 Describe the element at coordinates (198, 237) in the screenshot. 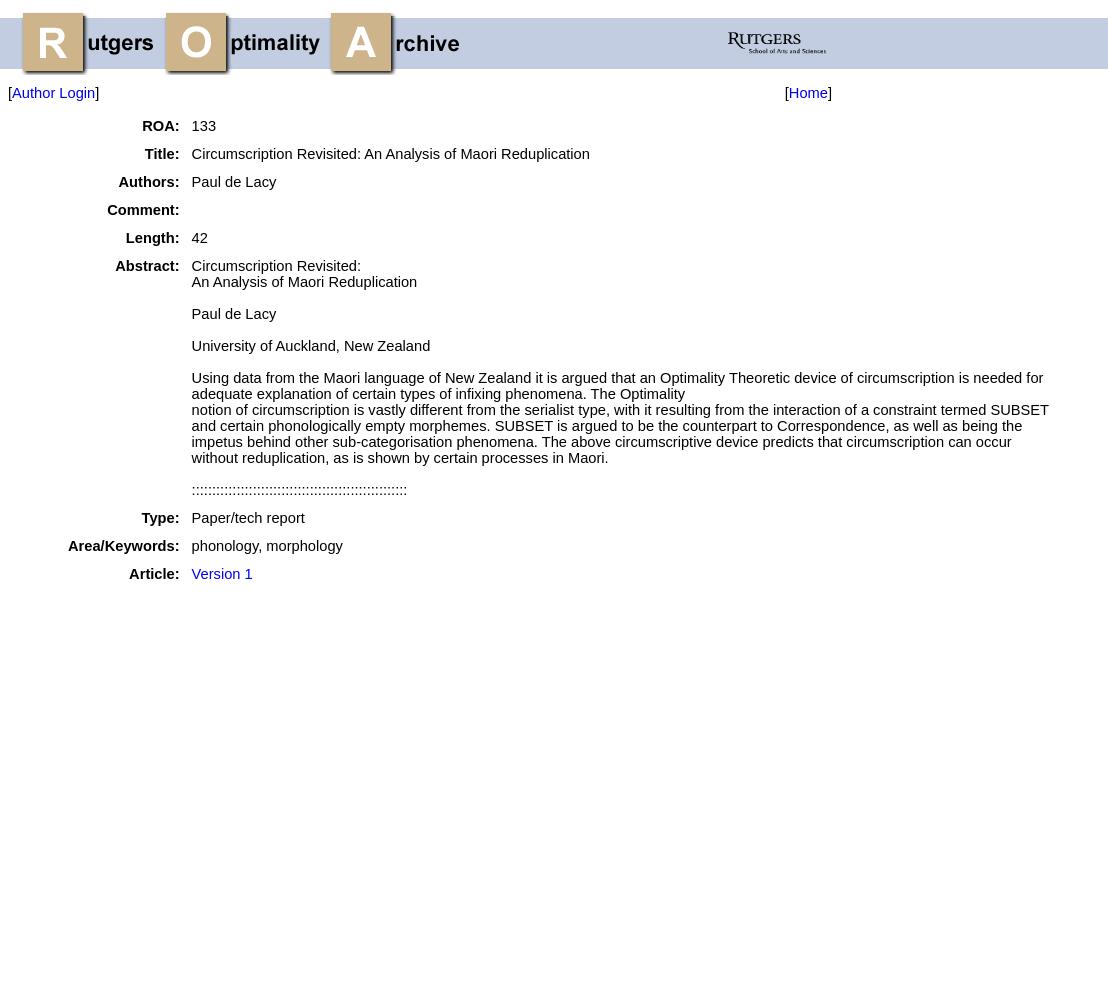

I see `'42'` at that location.